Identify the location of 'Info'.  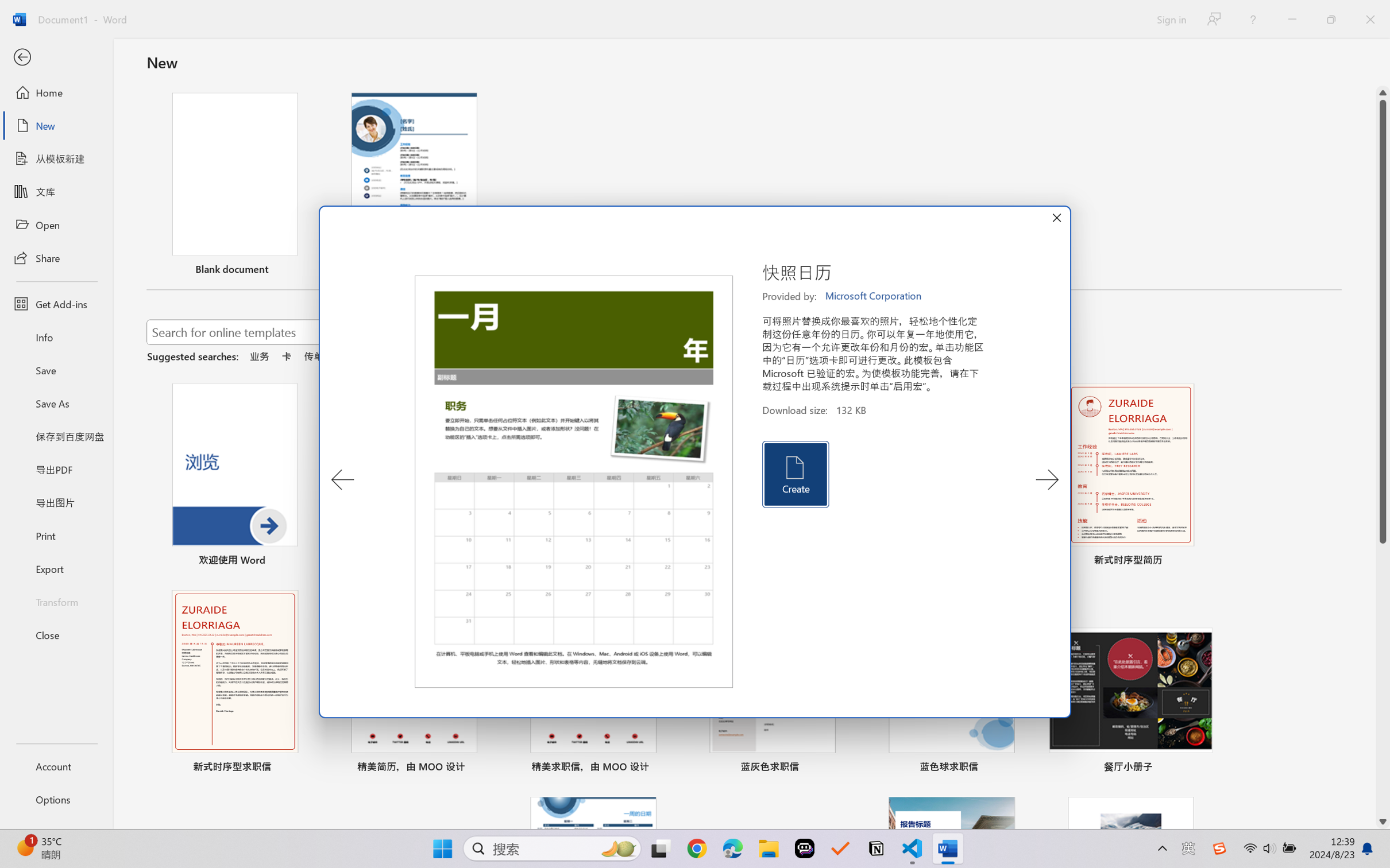
(56, 336).